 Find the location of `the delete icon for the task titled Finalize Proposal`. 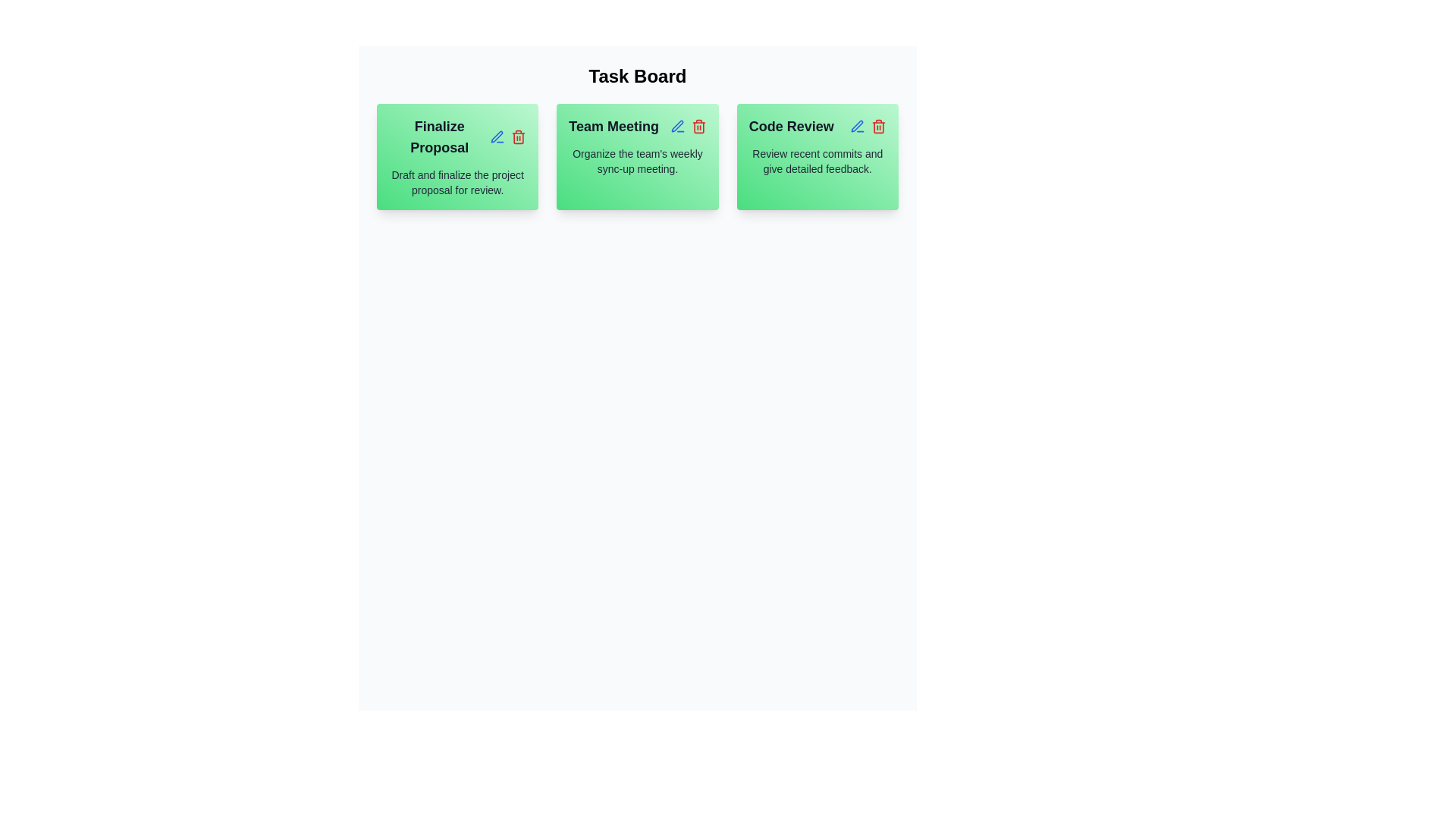

the delete icon for the task titled Finalize Proposal is located at coordinates (519, 137).